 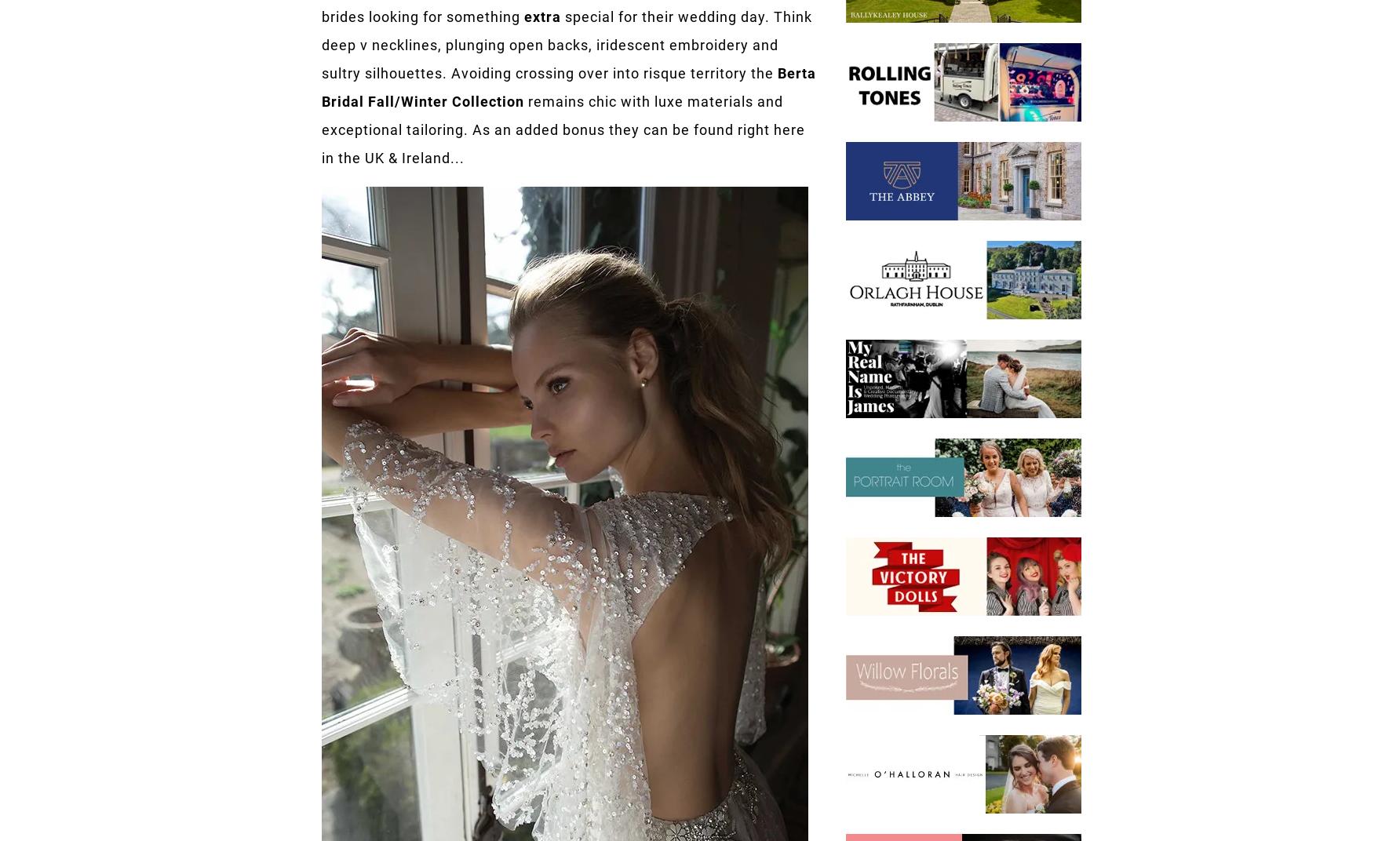 I want to click on '+353 (1) 670 8688', so click(x=910, y=575).